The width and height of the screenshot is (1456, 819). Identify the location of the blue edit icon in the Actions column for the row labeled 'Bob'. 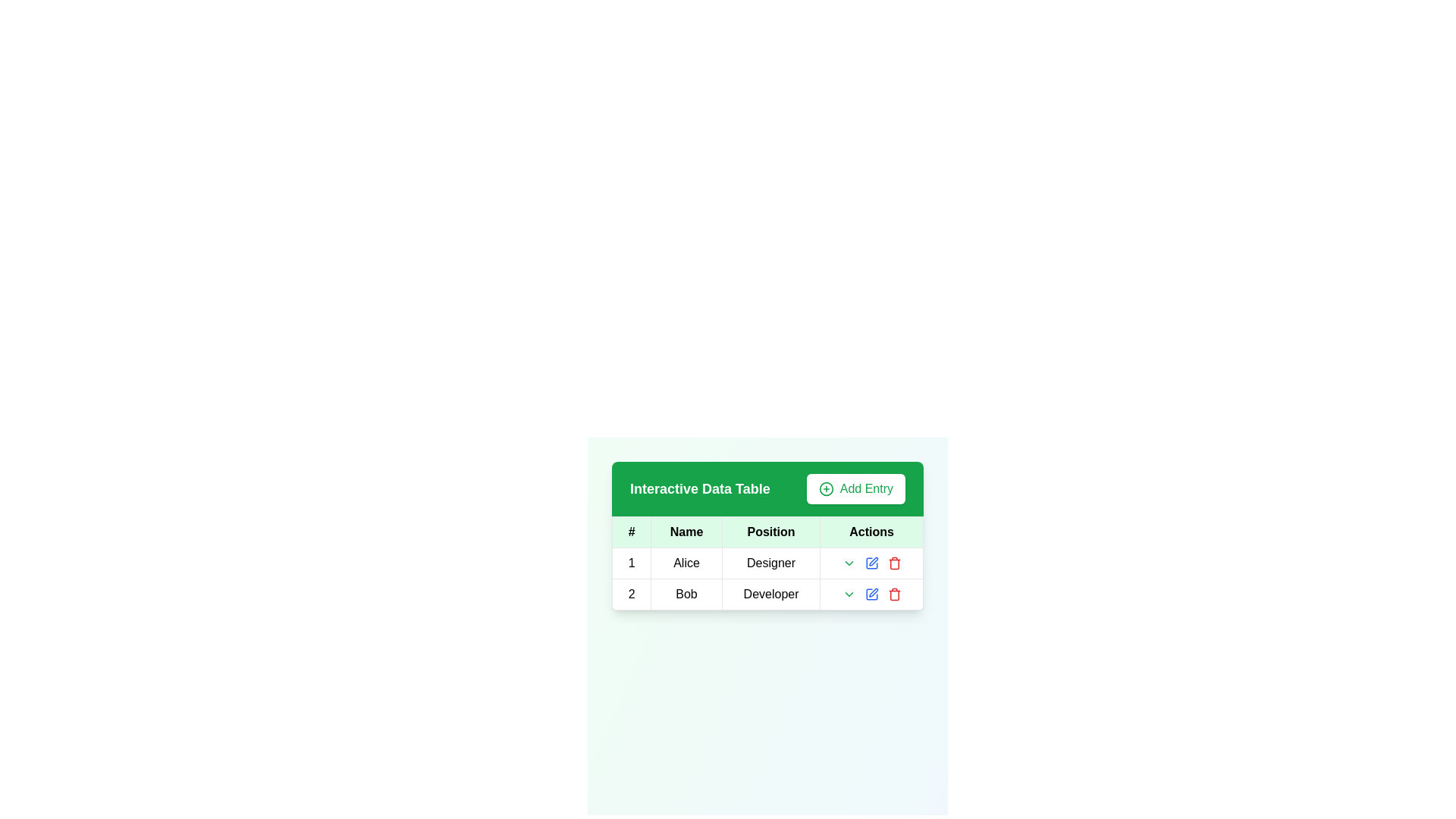
(871, 593).